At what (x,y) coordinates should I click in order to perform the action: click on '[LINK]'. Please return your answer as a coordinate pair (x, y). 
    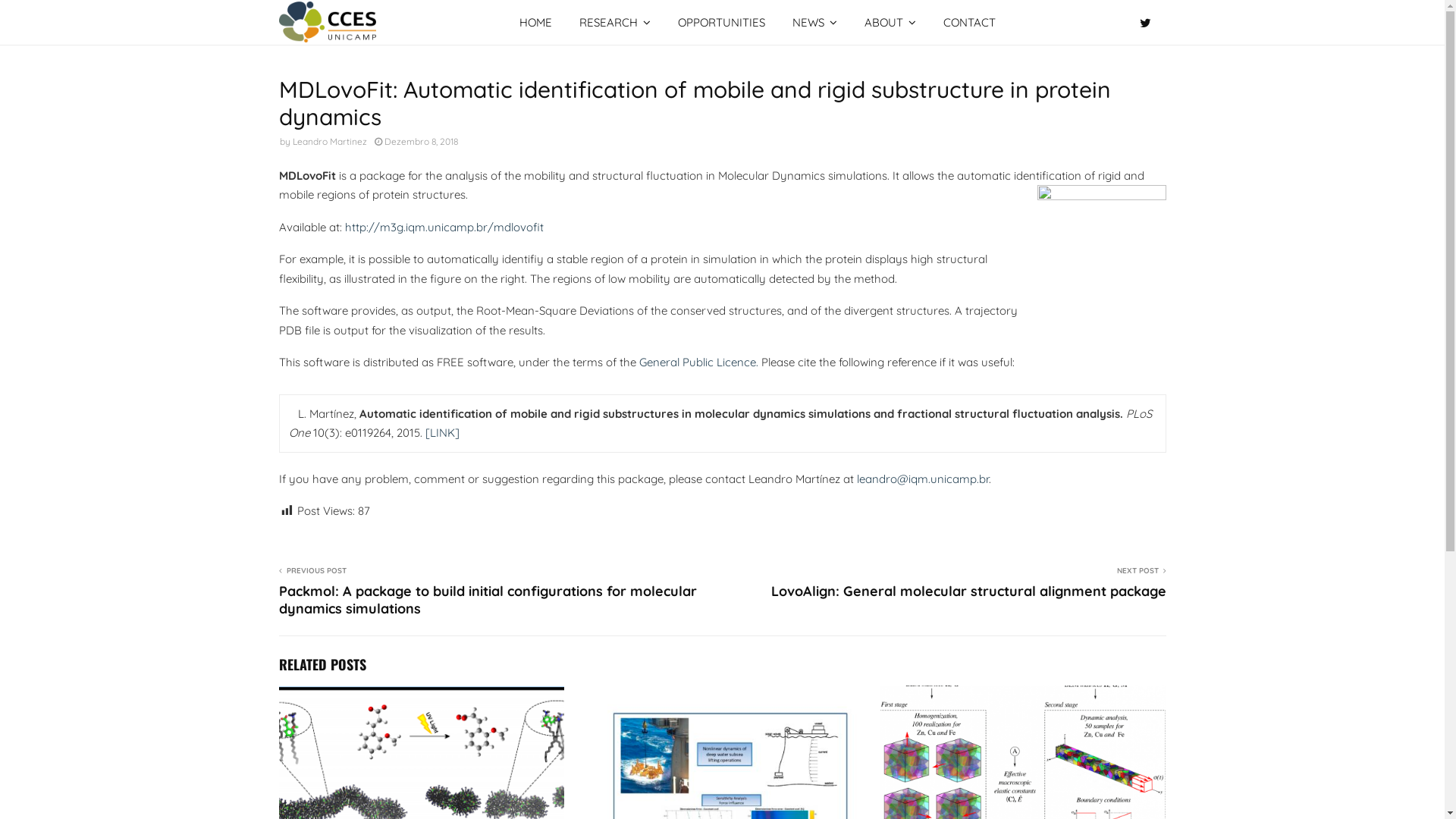
    Looking at the image, I should click on (441, 432).